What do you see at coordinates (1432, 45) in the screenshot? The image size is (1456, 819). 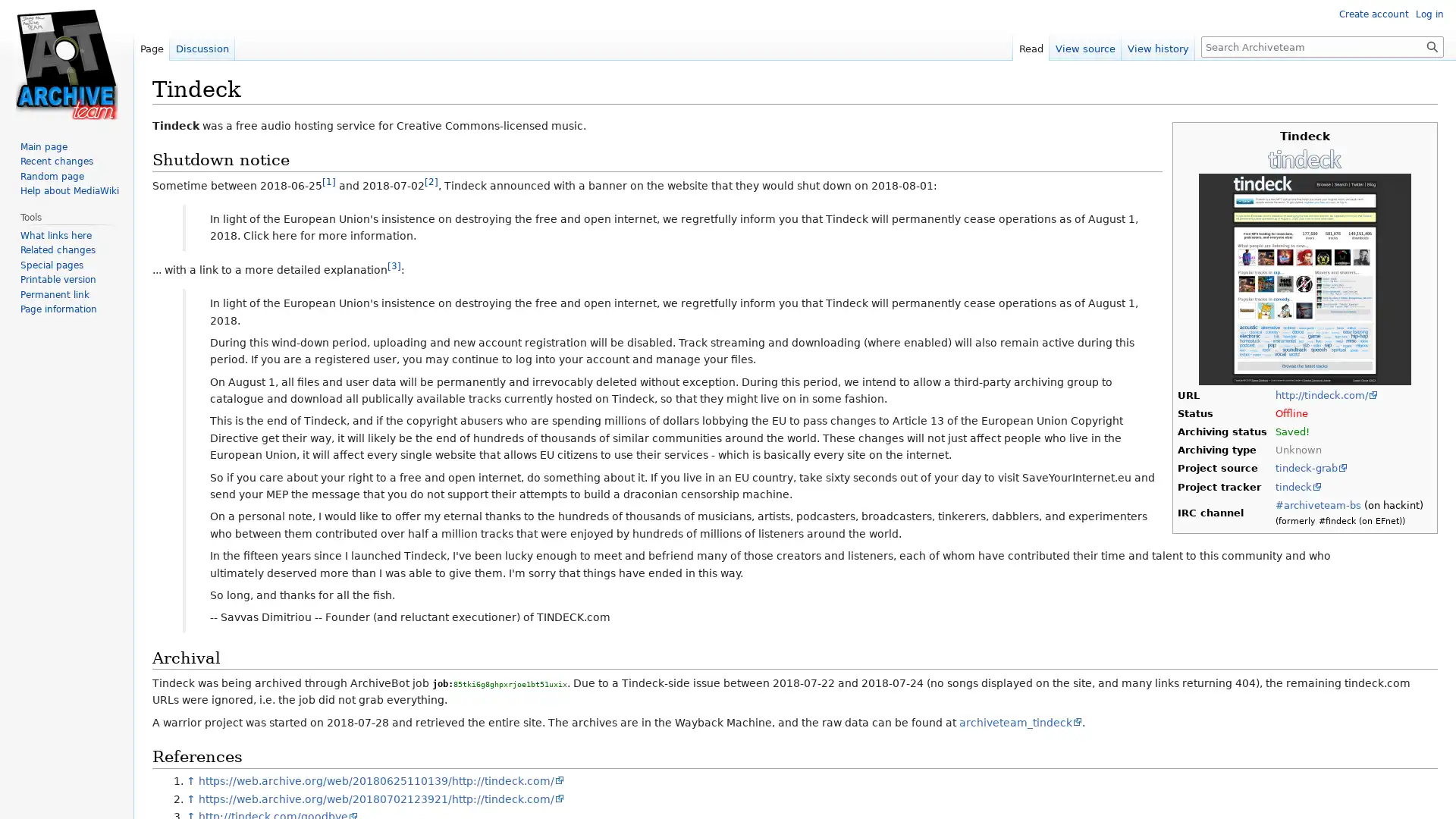 I see `Go` at bounding box center [1432, 45].